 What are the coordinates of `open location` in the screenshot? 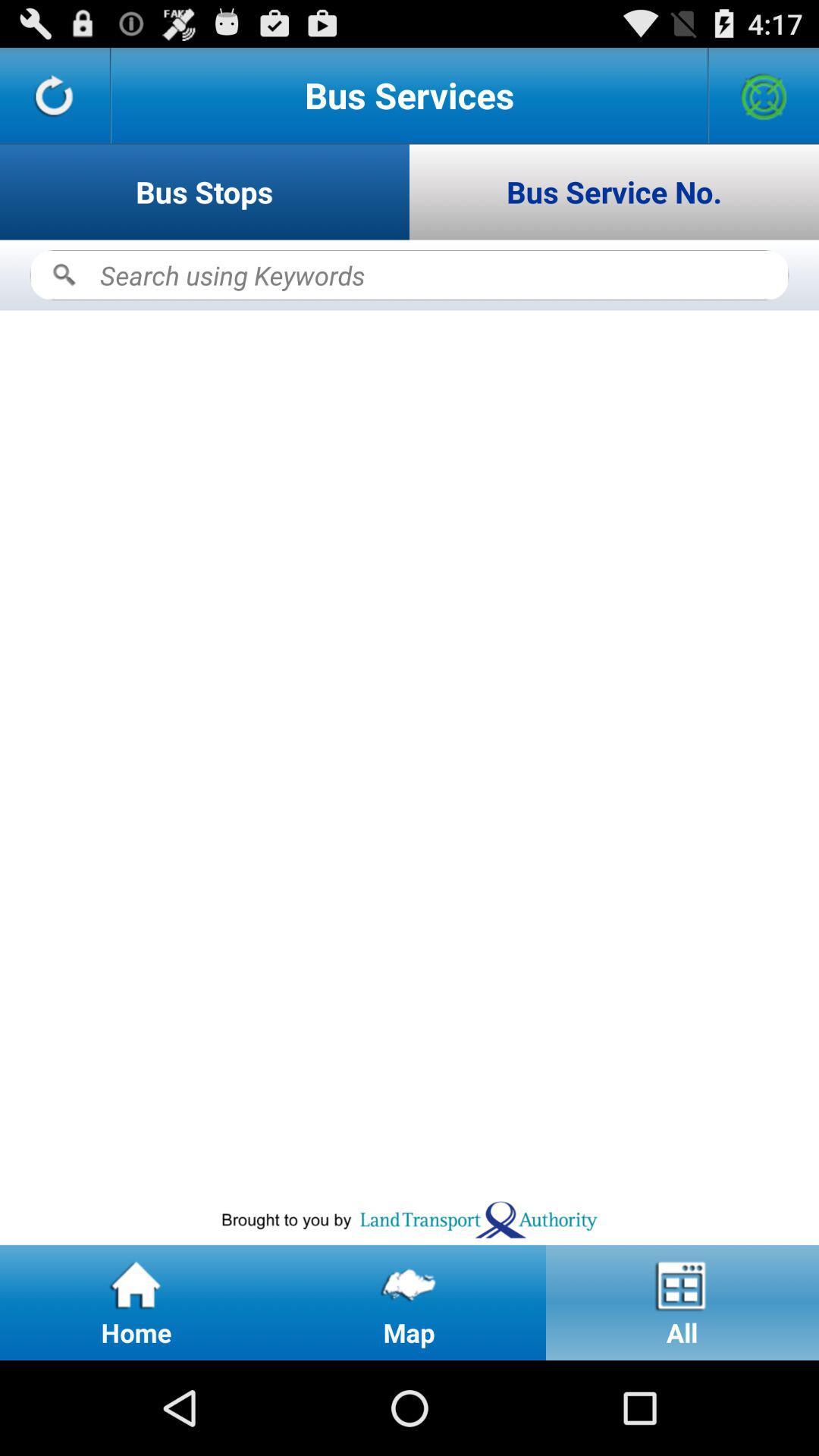 It's located at (764, 94).